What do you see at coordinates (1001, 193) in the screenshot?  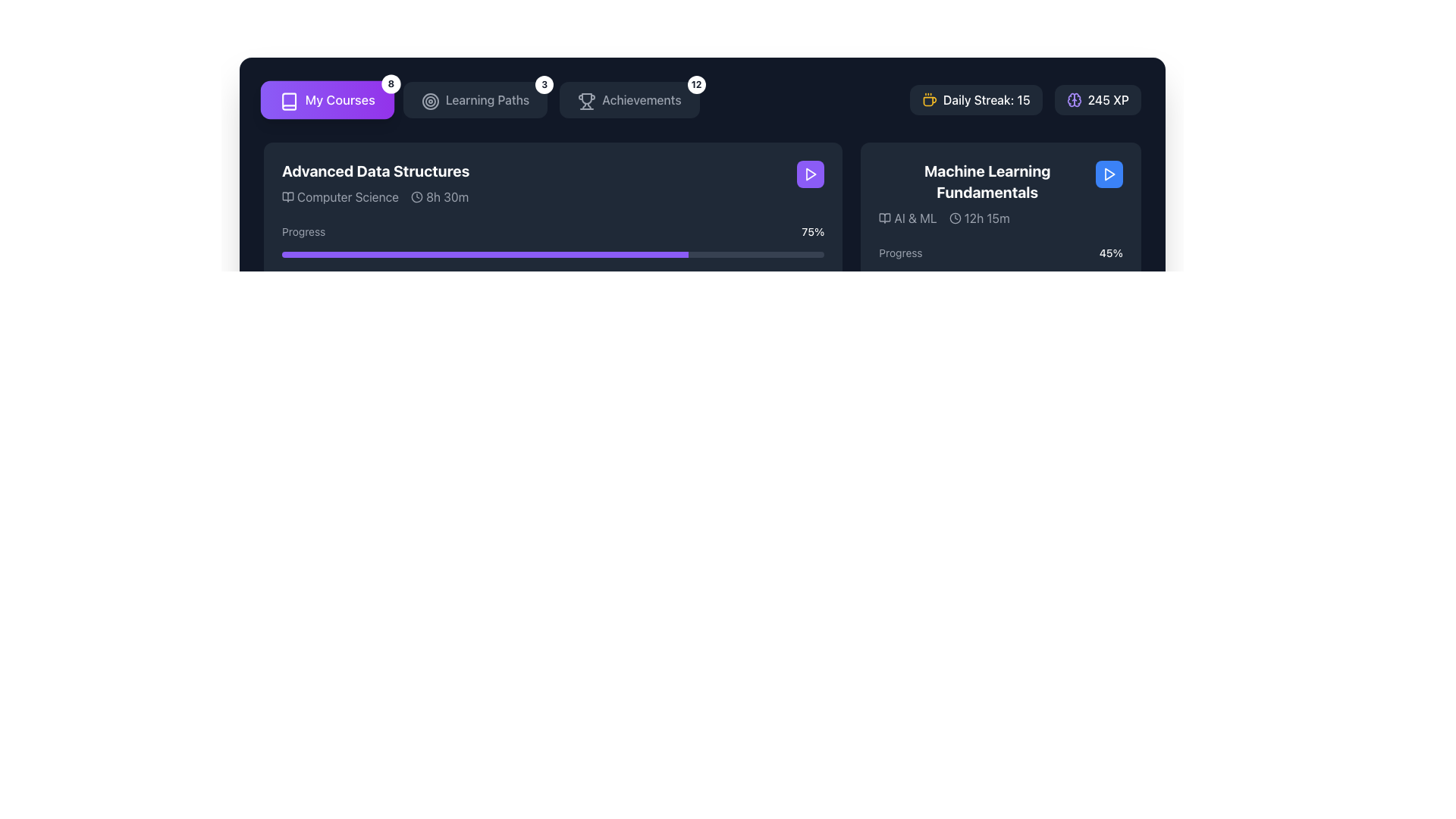 I see `the Course Card located at the top-right corner of the section` at bounding box center [1001, 193].